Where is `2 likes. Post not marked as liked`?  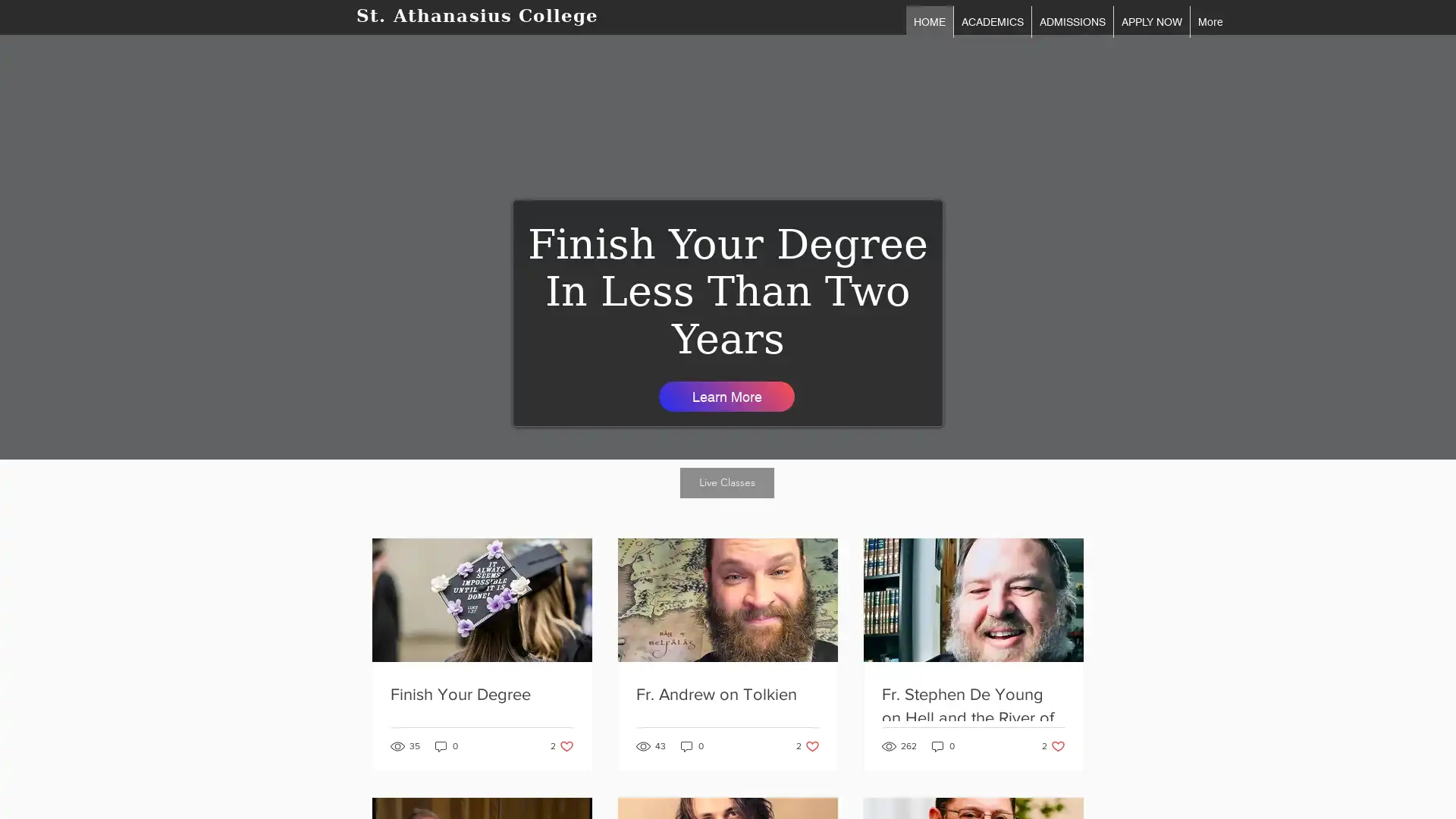 2 likes. Post not marked as liked is located at coordinates (561, 745).